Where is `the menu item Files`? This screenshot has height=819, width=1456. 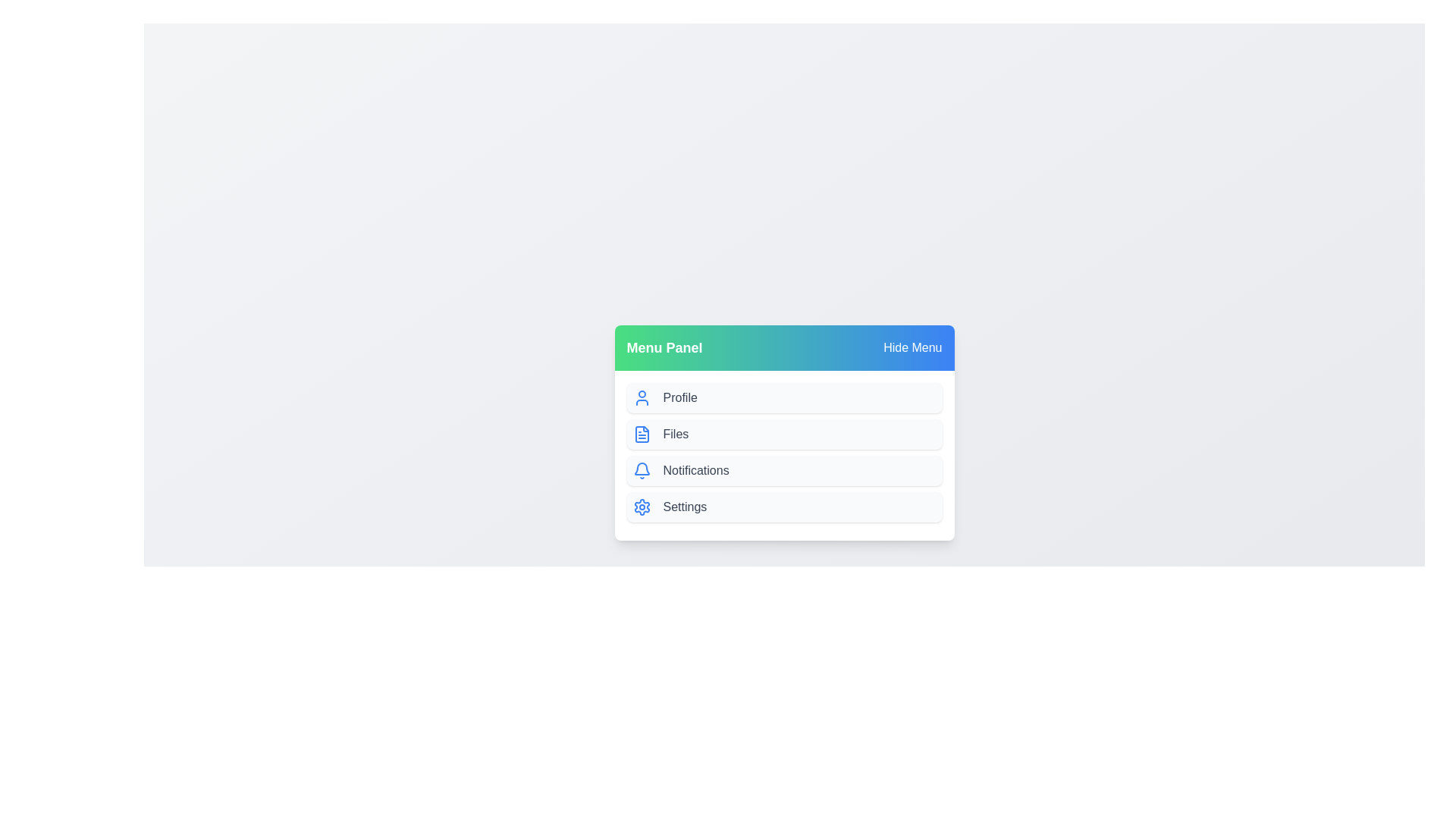
the menu item Files is located at coordinates (784, 435).